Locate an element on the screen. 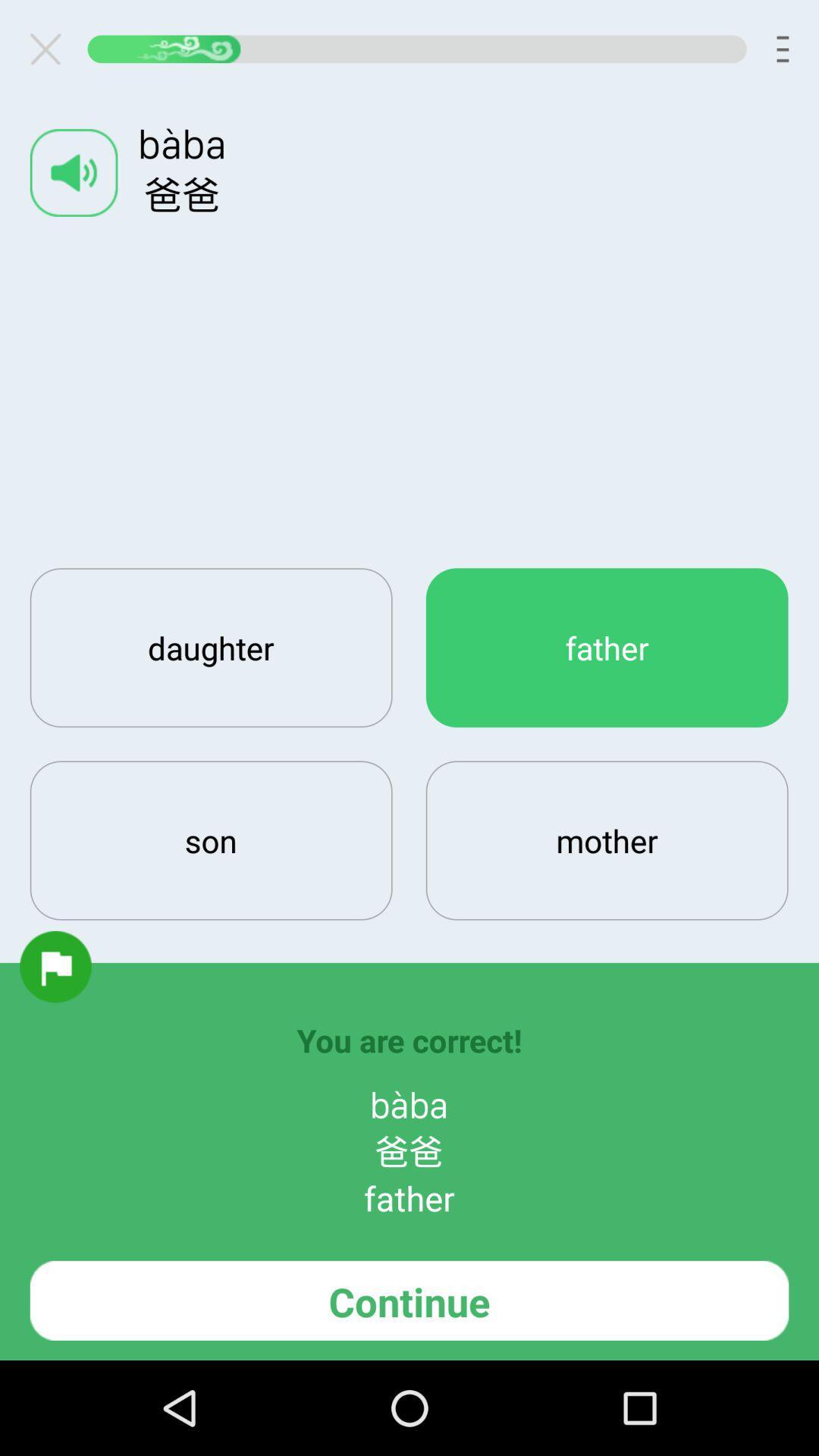  the folder icon is located at coordinates (55, 1034).